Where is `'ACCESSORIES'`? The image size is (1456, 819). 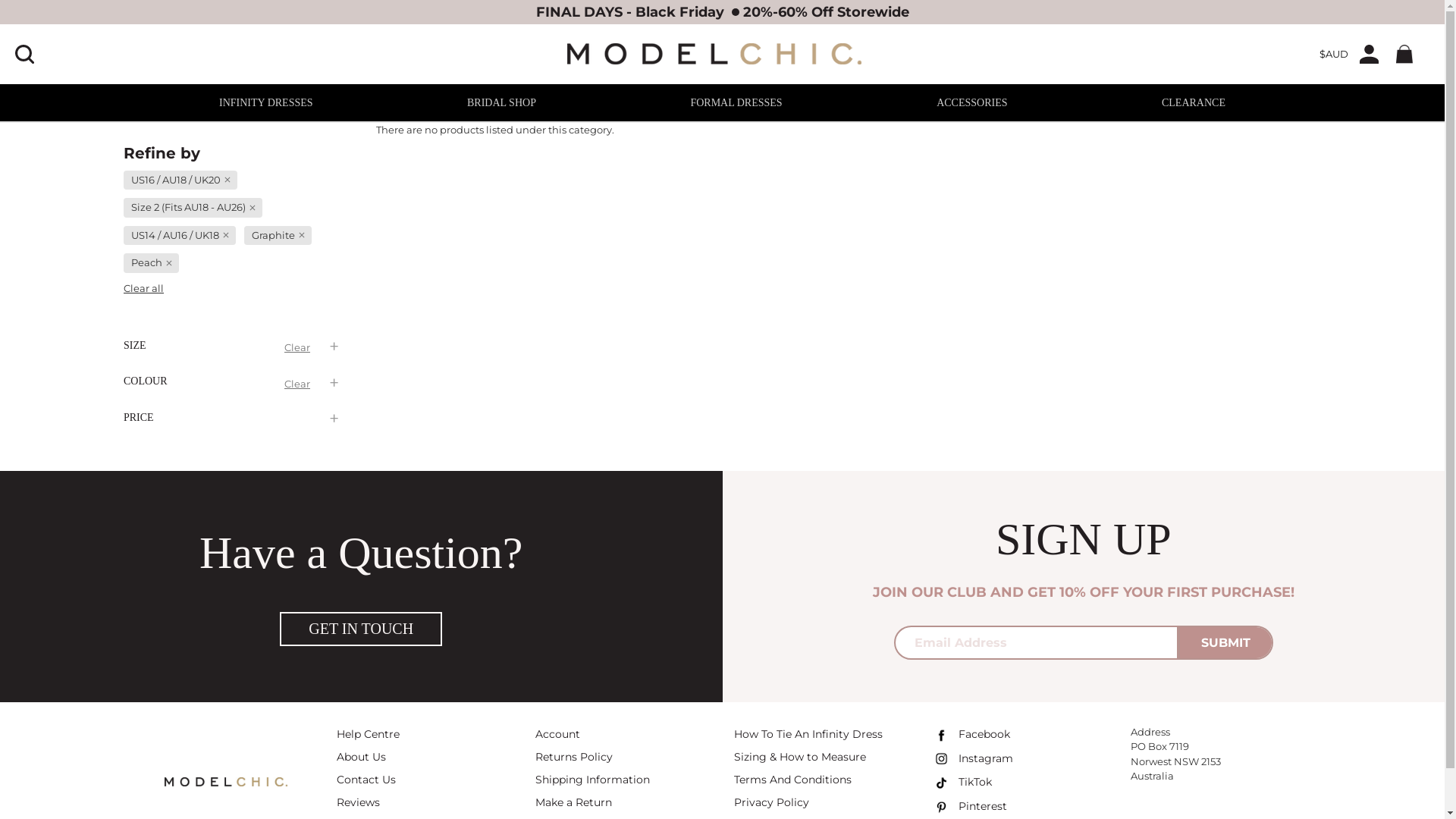 'ACCESSORIES' is located at coordinates (971, 102).